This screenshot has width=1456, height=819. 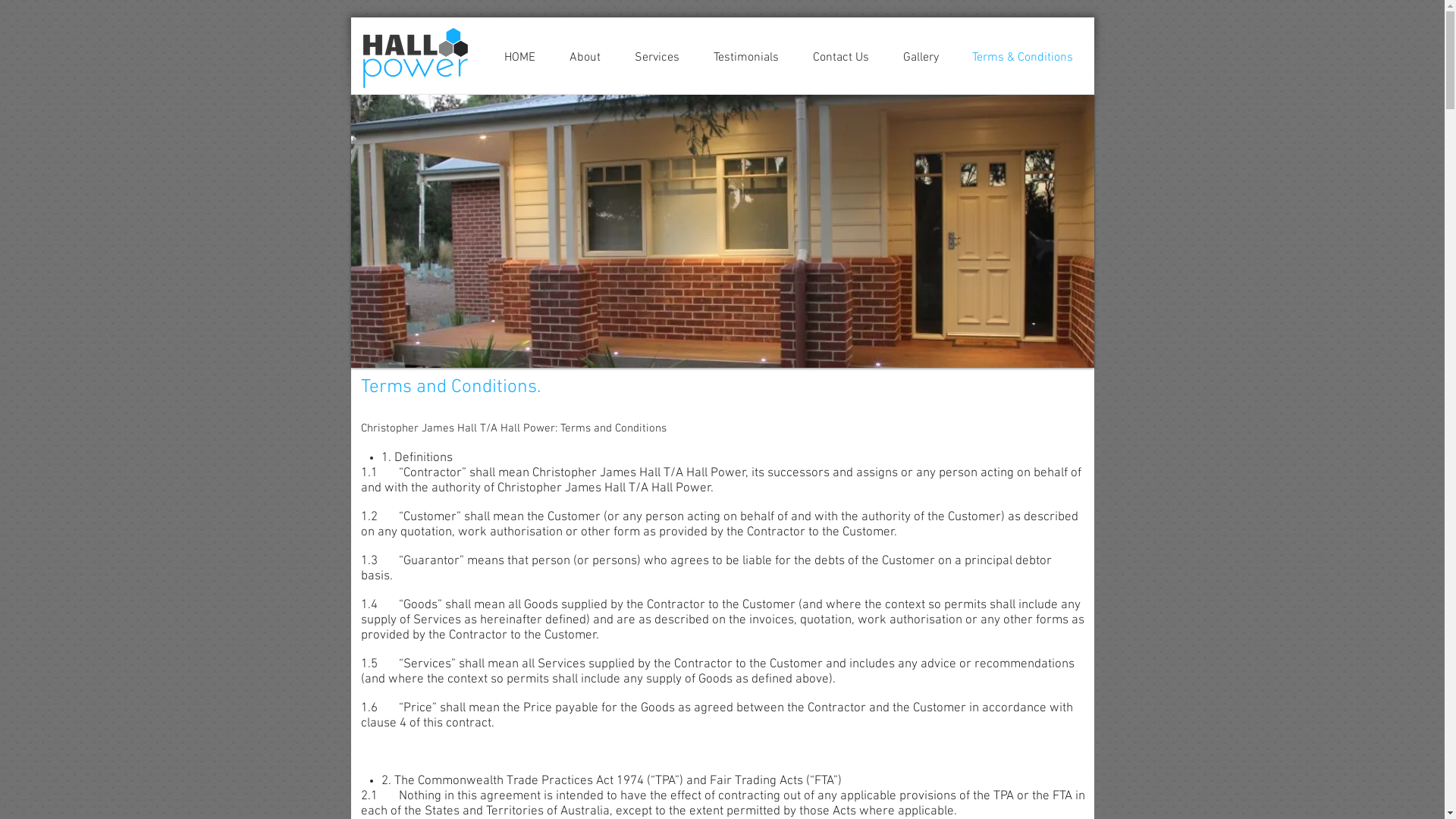 I want to click on 'About', so click(x=584, y=57).